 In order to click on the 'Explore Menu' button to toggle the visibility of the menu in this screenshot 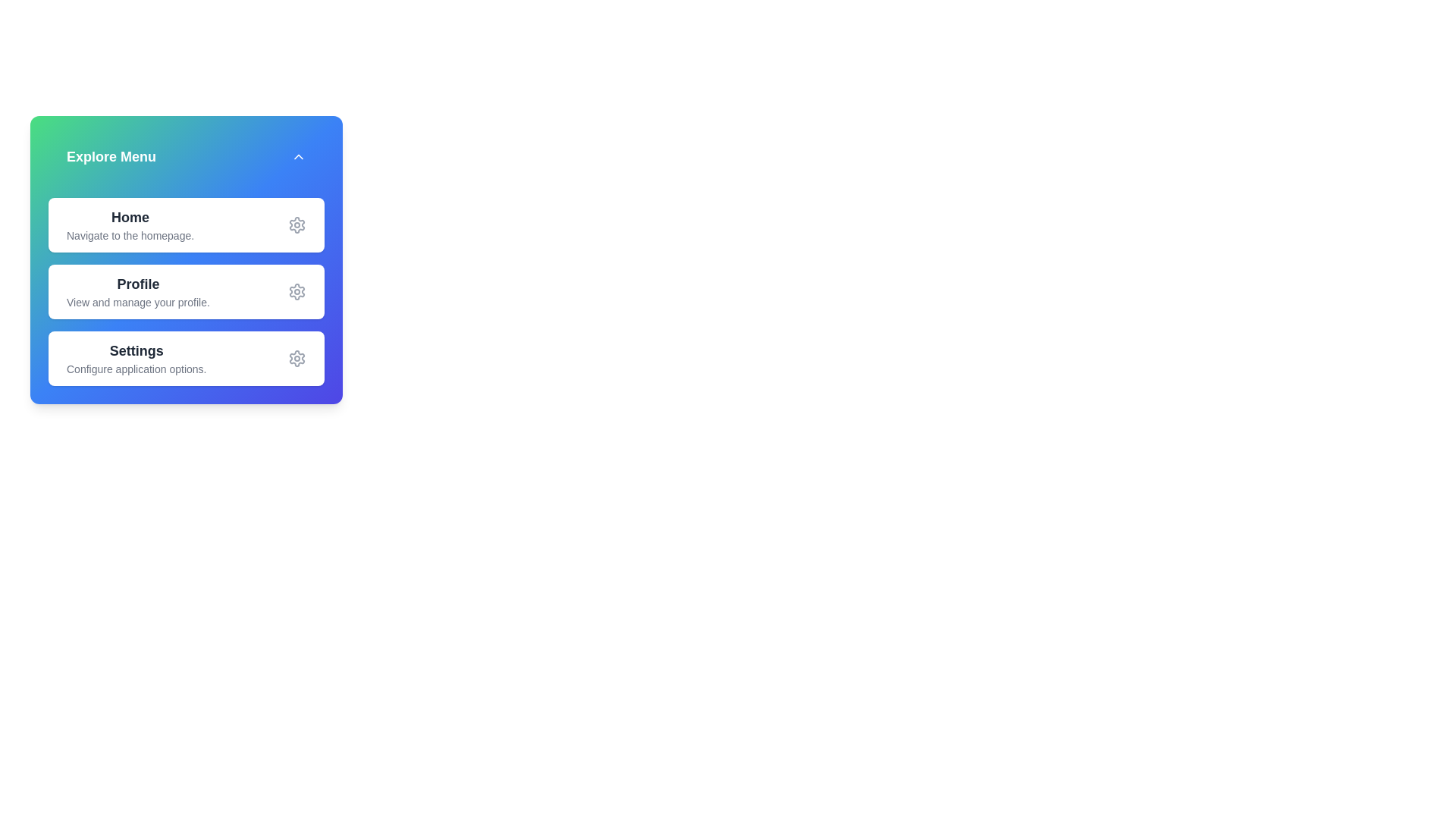, I will do `click(185, 157)`.